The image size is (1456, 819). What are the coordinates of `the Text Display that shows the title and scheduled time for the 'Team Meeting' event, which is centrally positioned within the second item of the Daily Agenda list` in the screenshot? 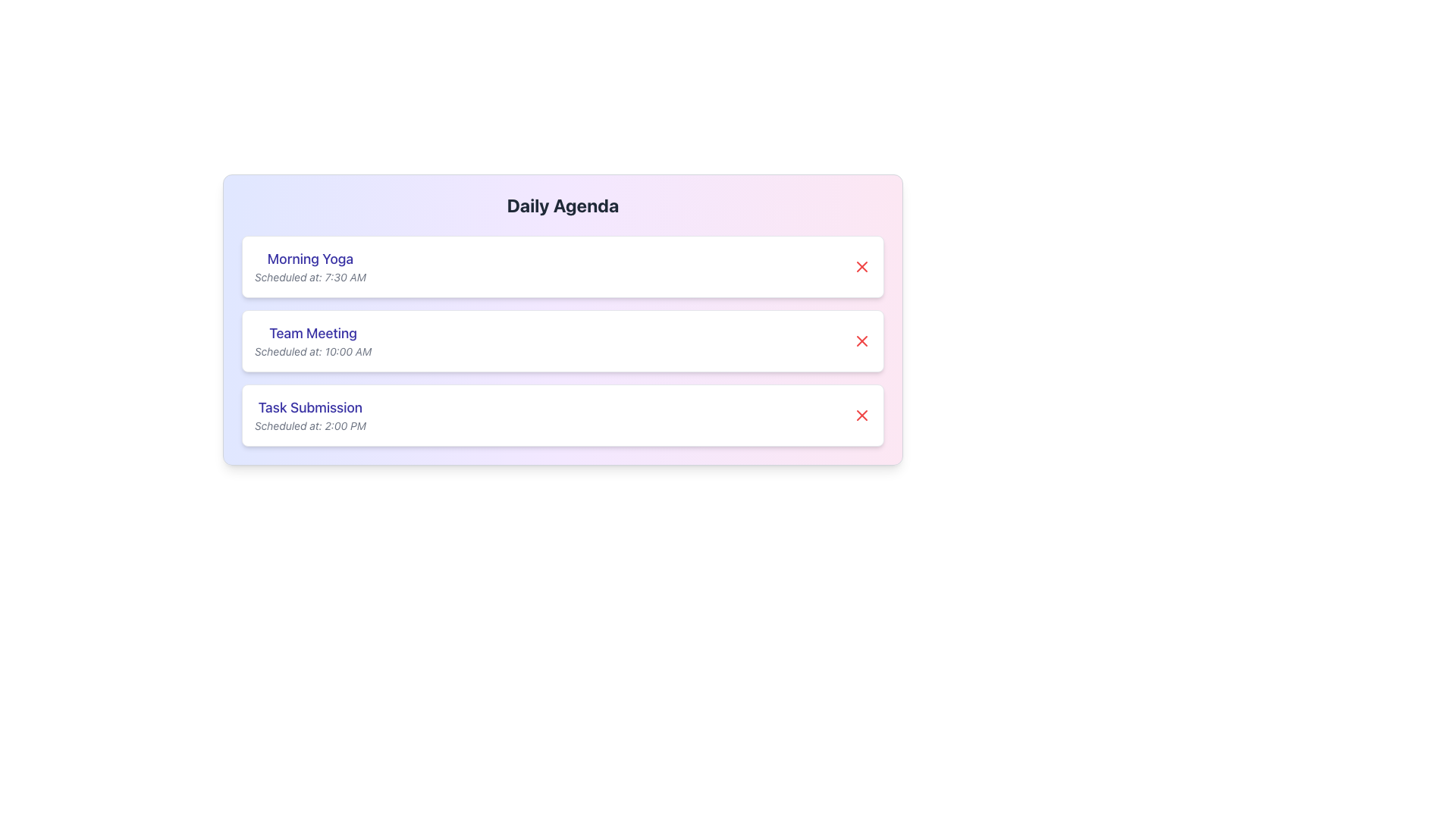 It's located at (312, 341).